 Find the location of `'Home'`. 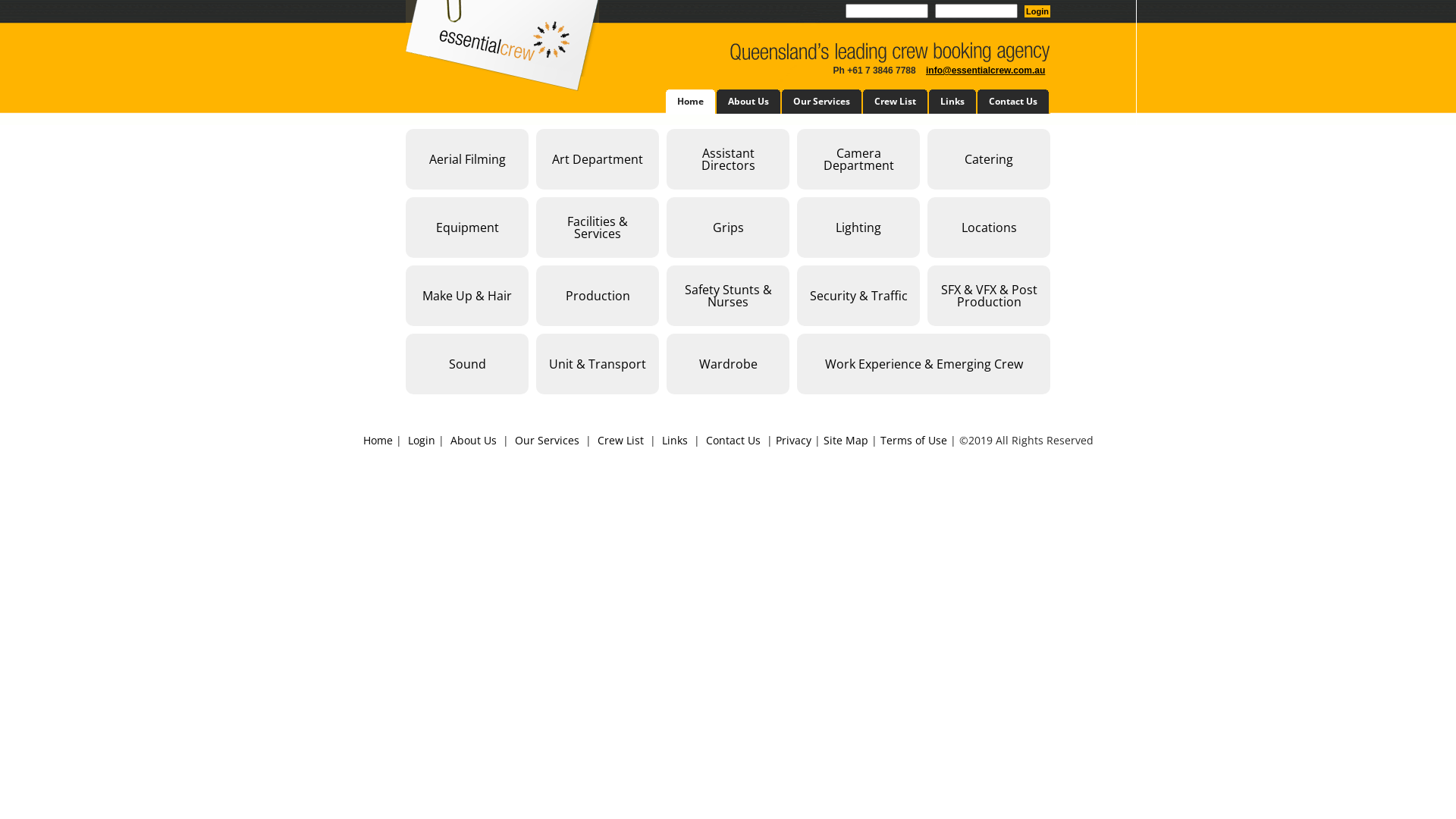

'Home' is located at coordinates (377, 440).